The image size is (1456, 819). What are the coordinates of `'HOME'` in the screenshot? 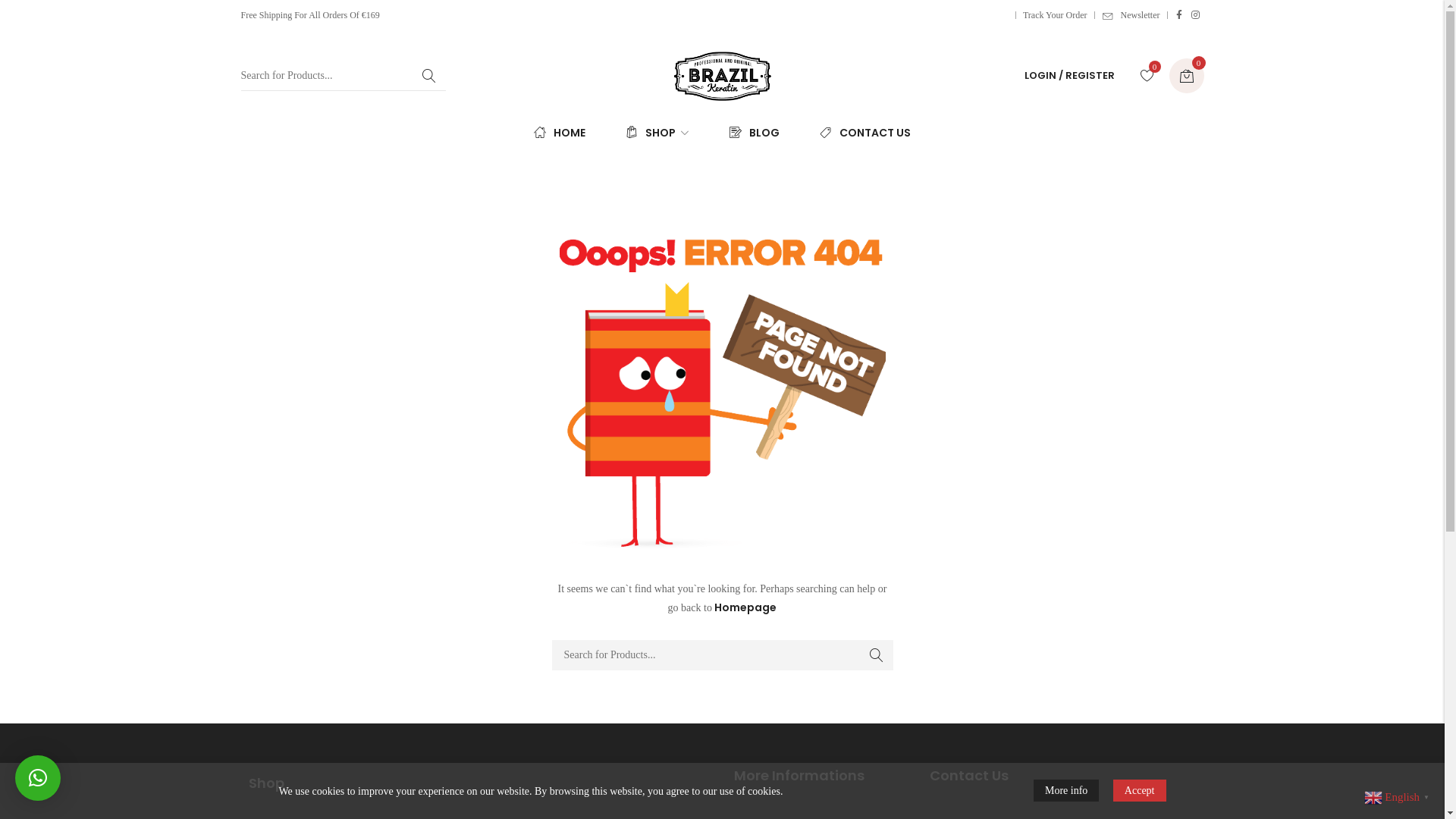 It's located at (563, 131).